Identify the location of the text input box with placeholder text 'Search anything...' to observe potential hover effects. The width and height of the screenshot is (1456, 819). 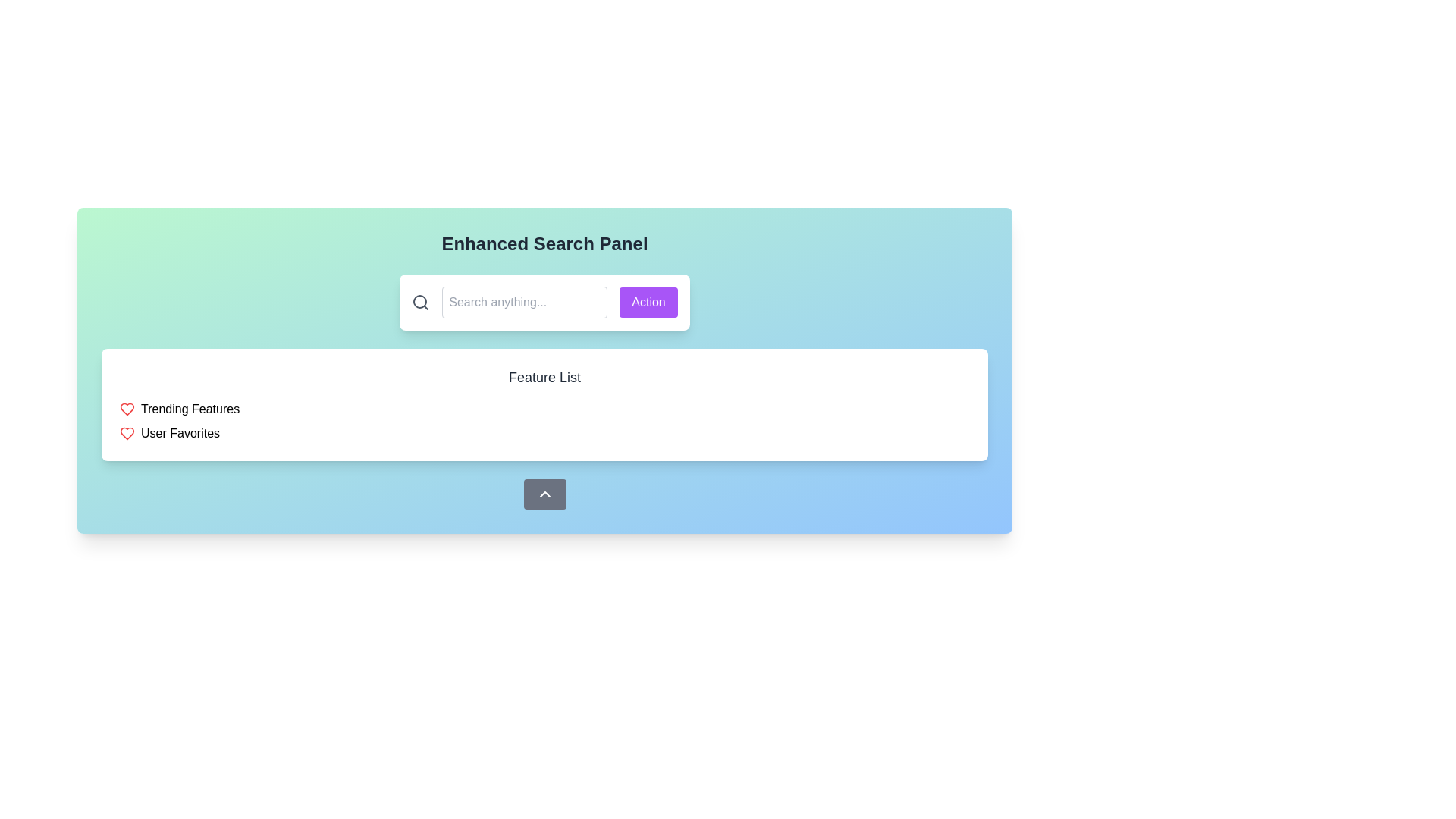
(525, 302).